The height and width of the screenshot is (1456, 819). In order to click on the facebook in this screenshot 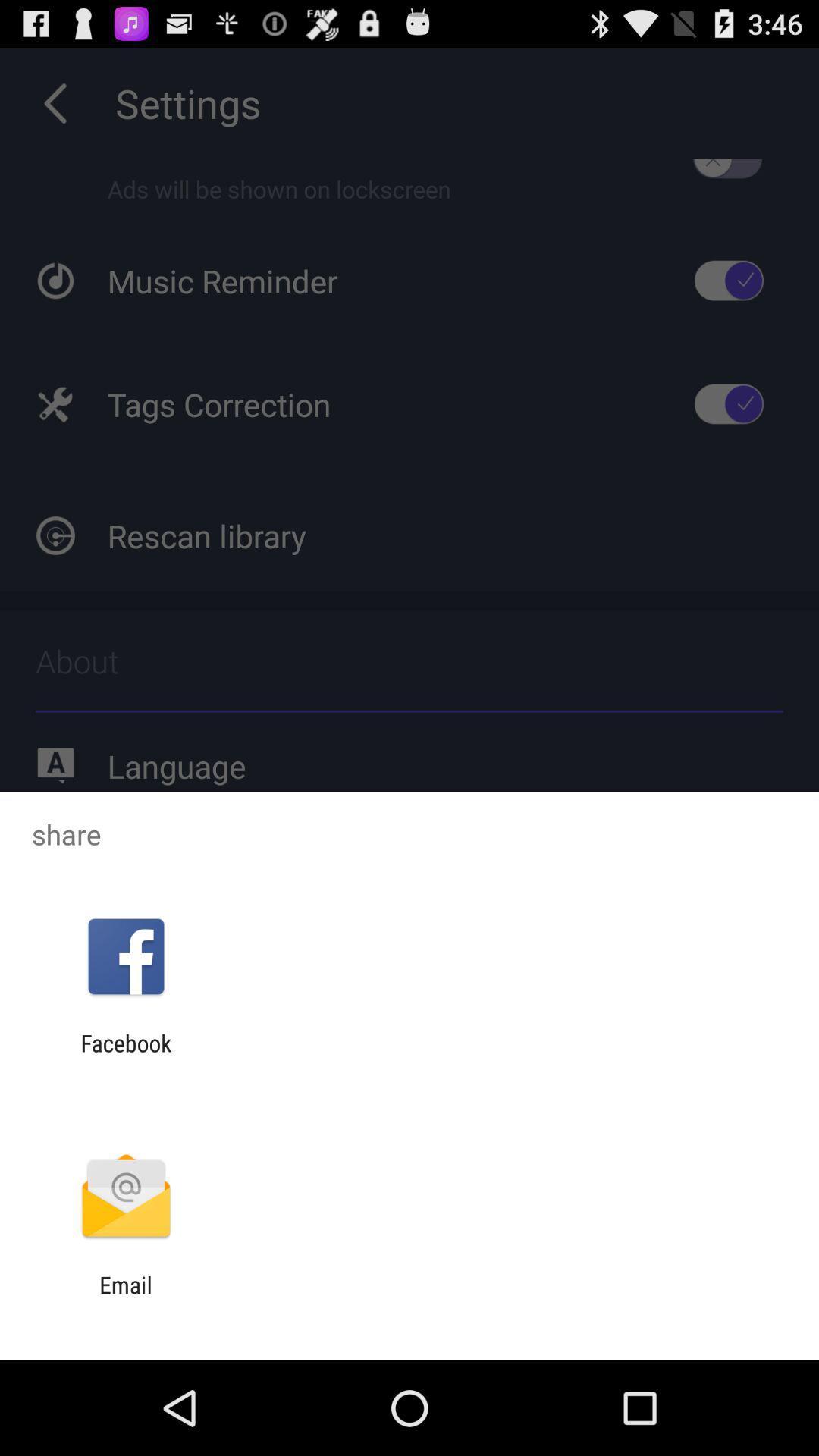, I will do `click(125, 1056)`.